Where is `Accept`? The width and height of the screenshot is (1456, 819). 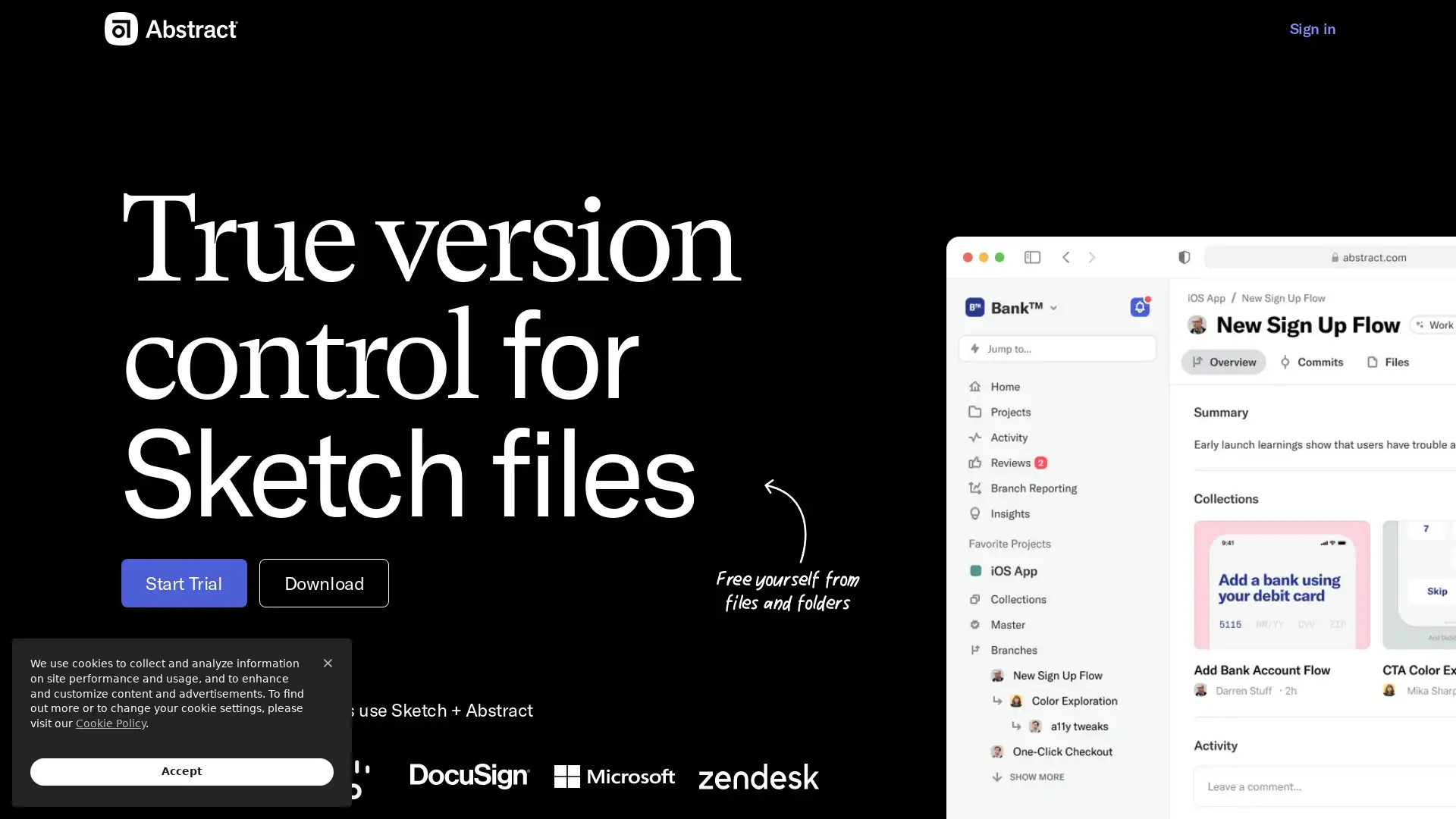 Accept is located at coordinates (182, 772).